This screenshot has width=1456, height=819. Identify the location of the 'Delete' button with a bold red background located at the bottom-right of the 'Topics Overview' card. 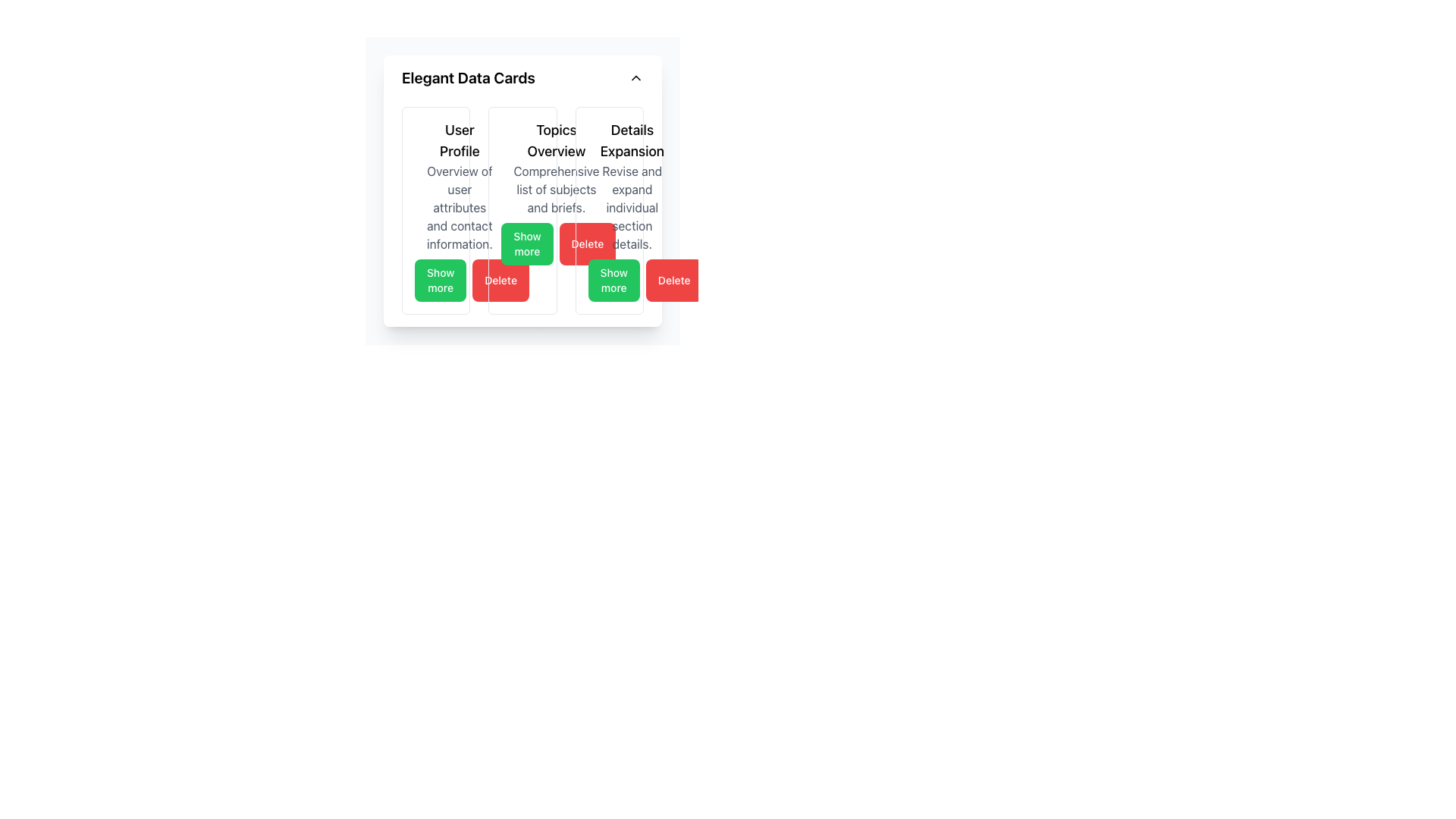
(500, 281).